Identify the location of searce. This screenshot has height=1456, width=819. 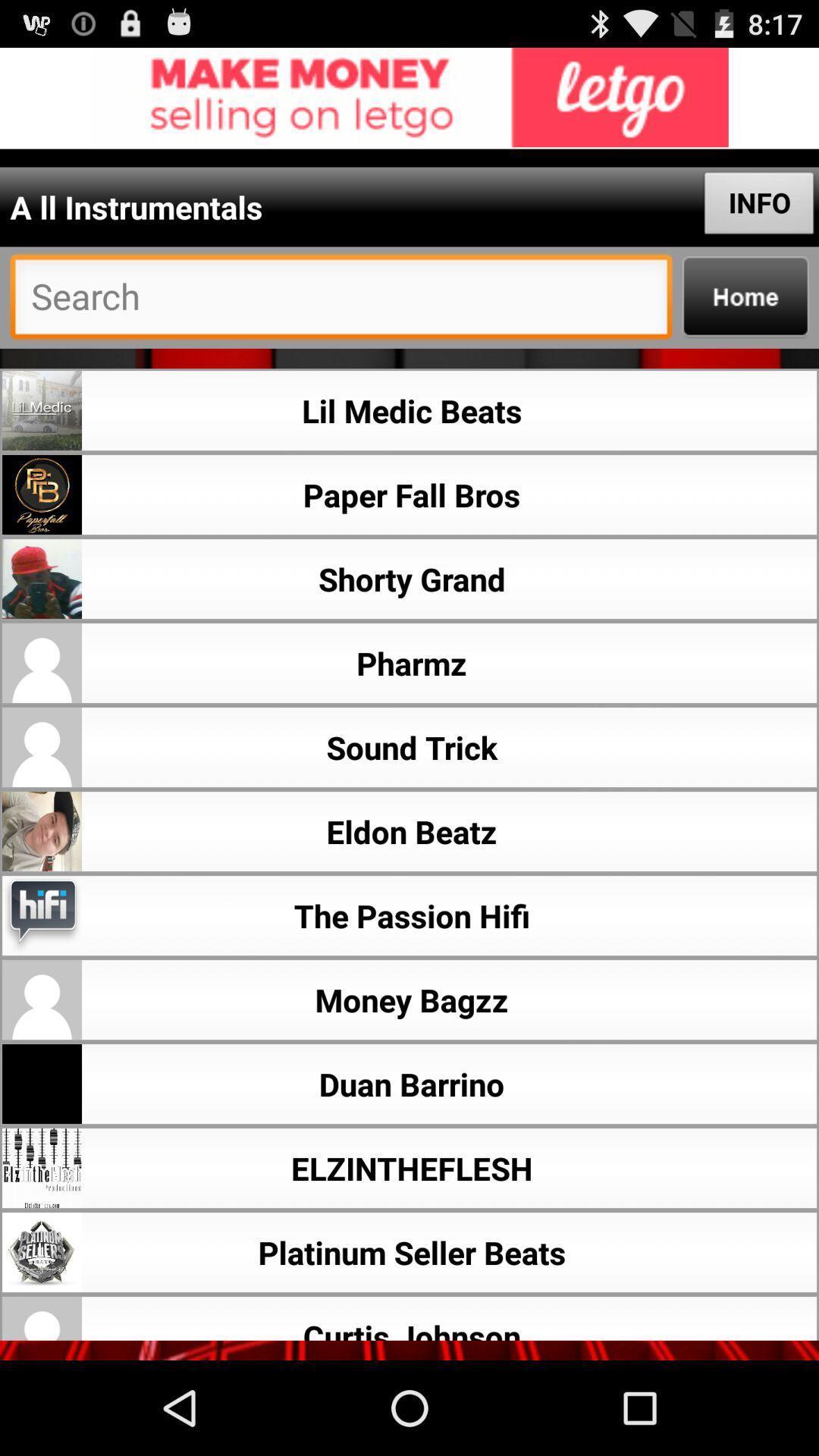
(341, 300).